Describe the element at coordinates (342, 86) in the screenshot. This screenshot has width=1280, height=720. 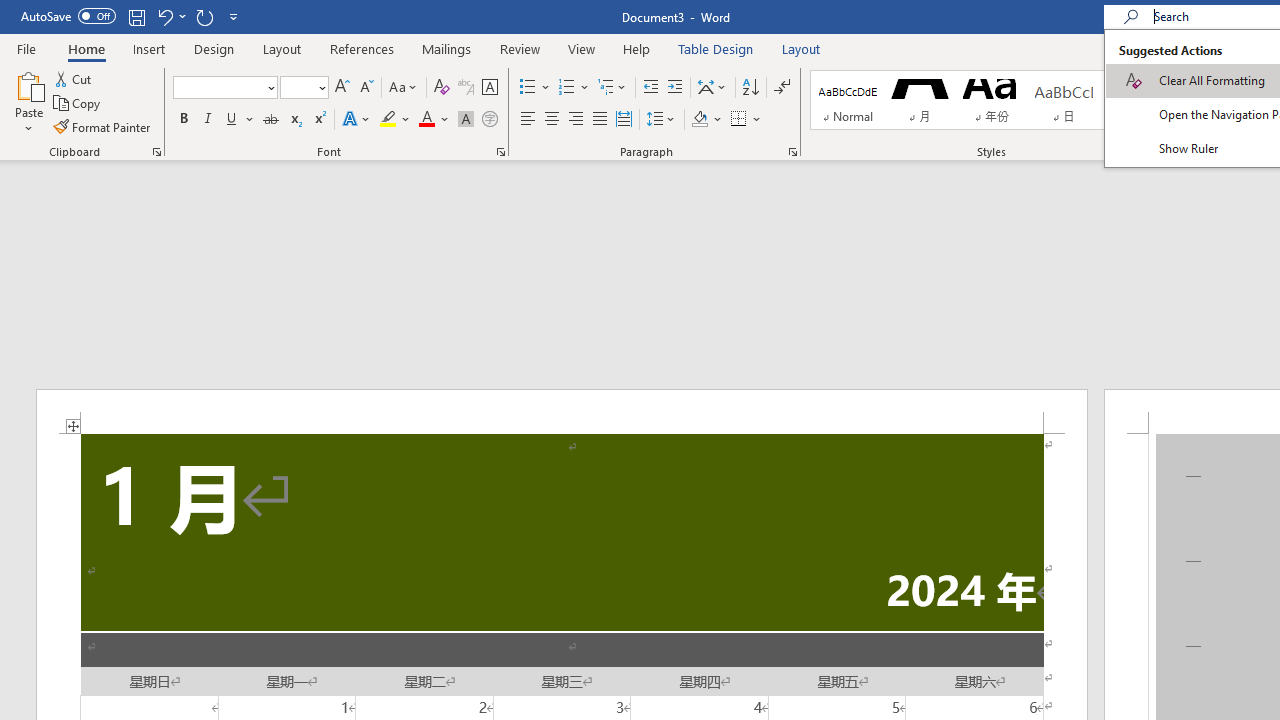
I see `'Grow Font'` at that location.